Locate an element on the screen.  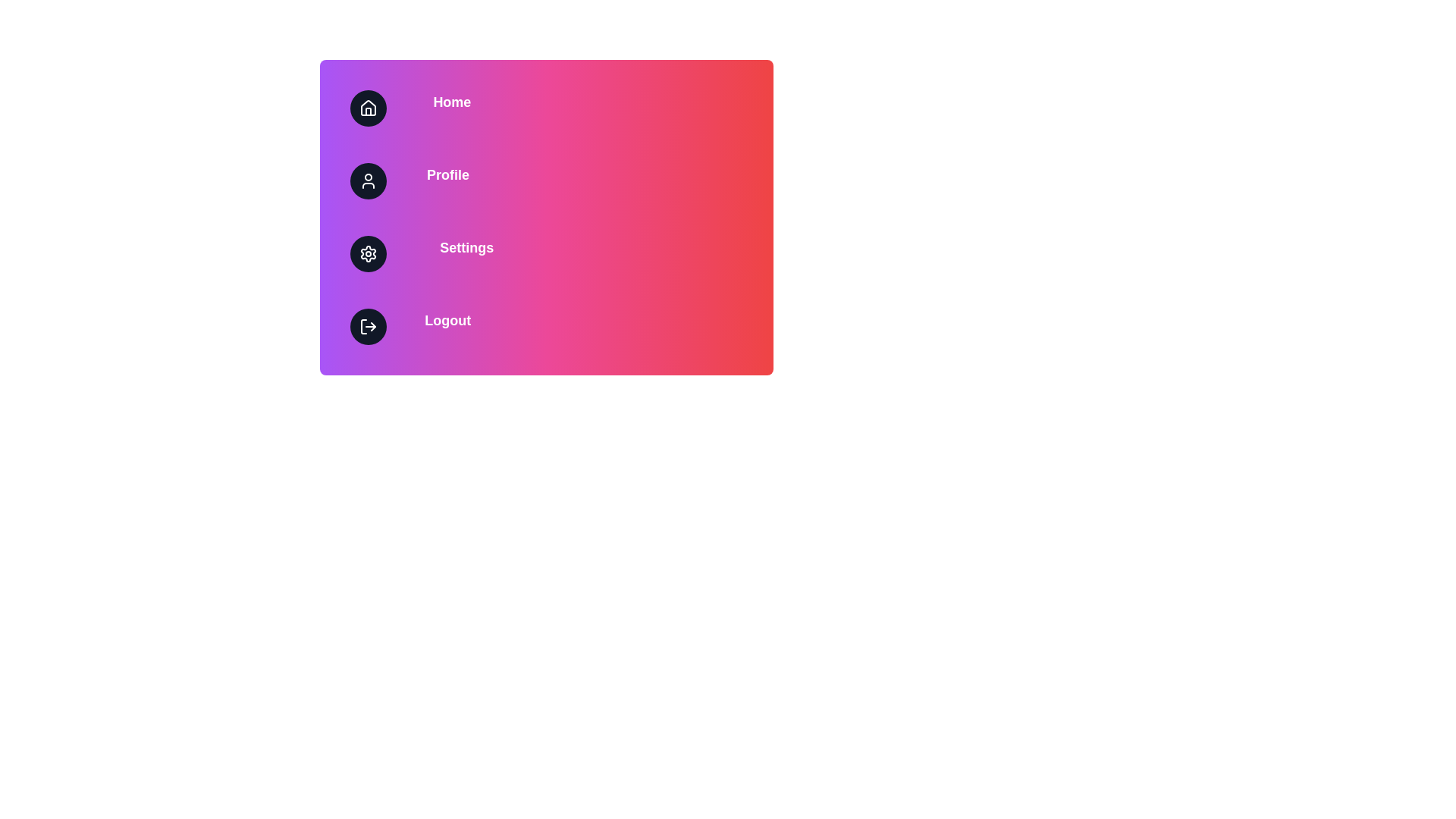
the menu item labeled Settings to reveal its description is located at coordinates (546, 253).